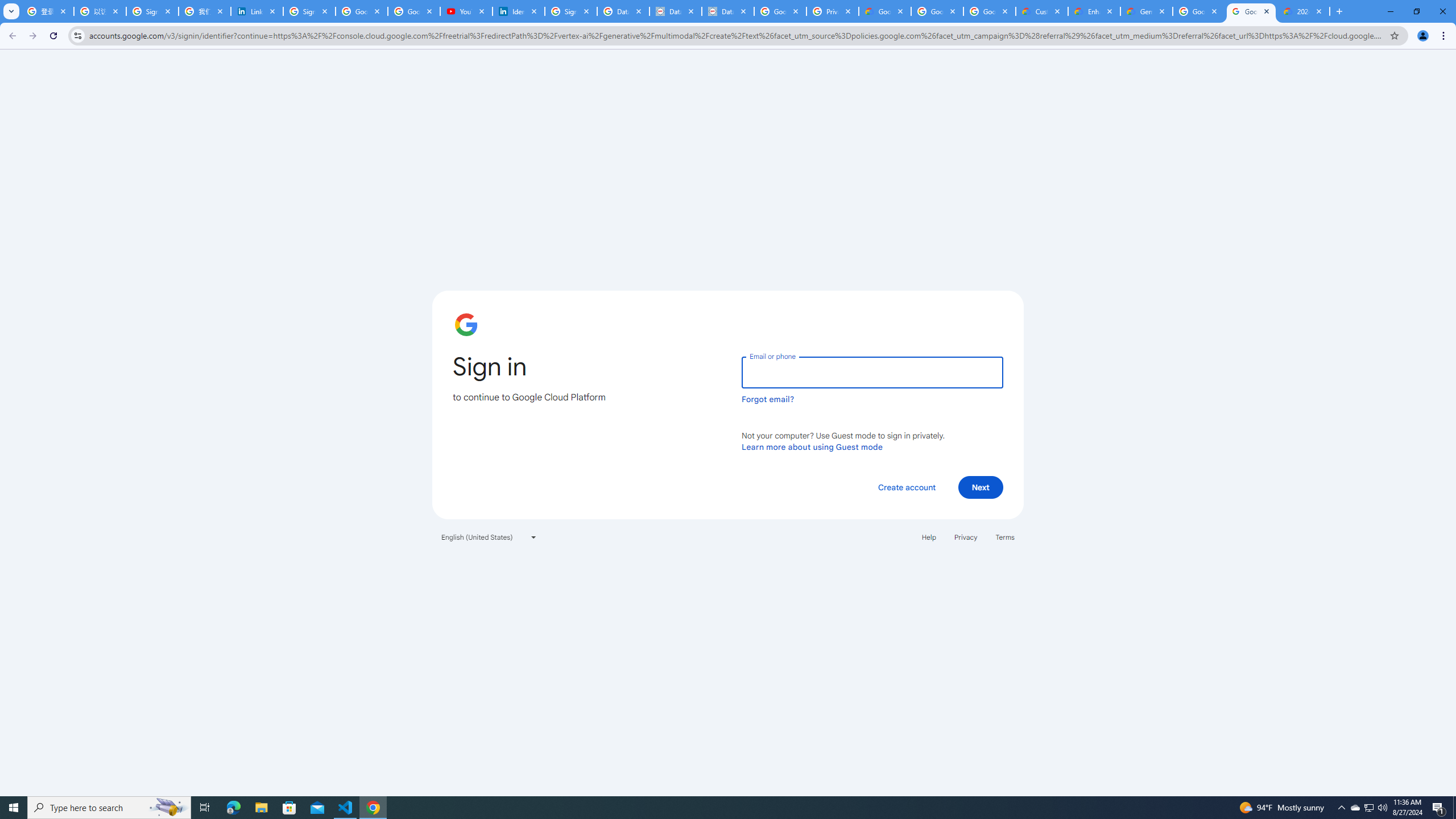 Image resolution: width=1456 pixels, height=819 pixels. Describe the element at coordinates (257, 11) in the screenshot. I see `'LinkedIn Privacy Policy'` at that location.